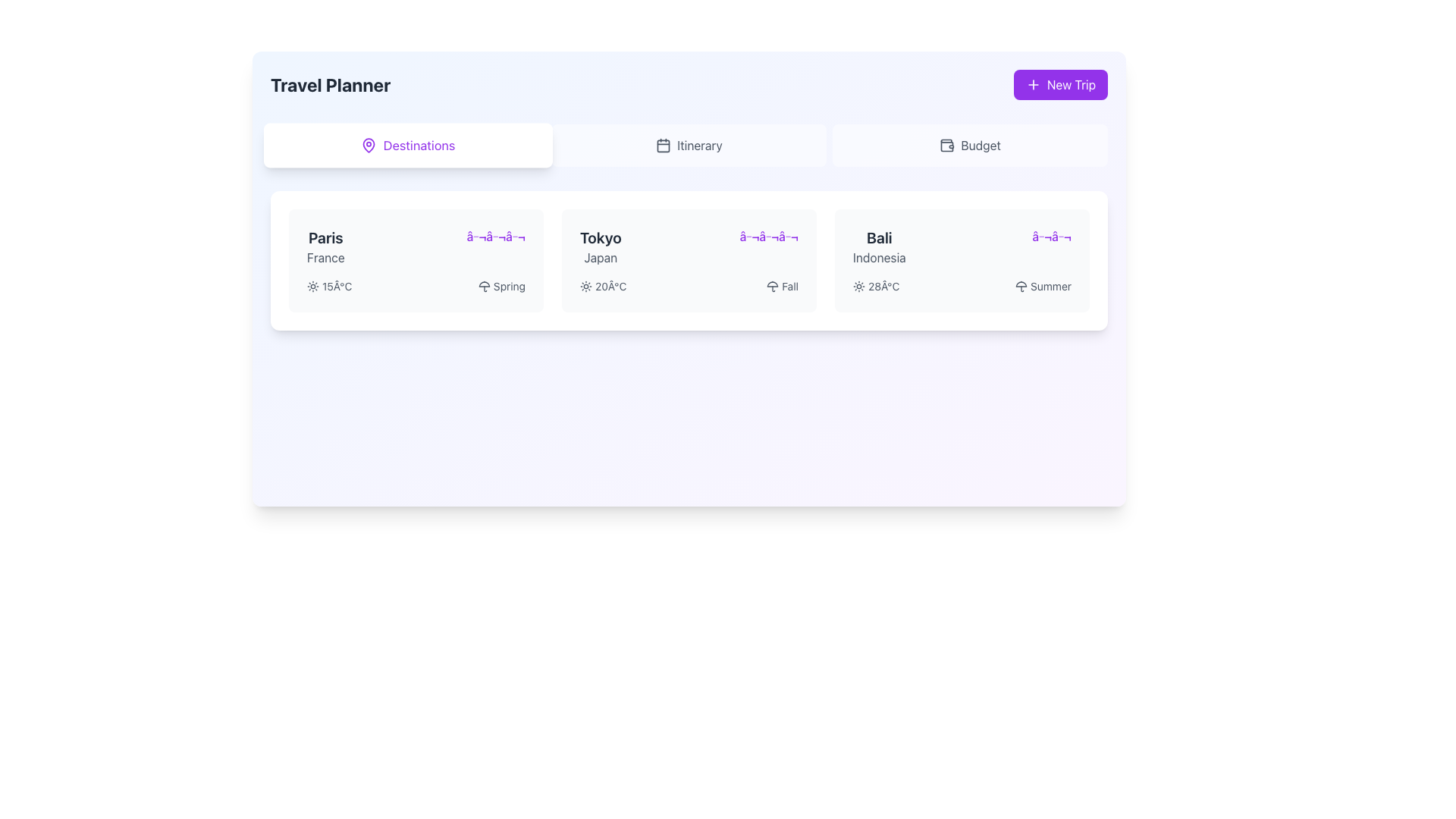  What do you see at coordinates (688, 146) in the screenshot?
I see `the 'Itinerary' tab button, which is the second button from the left in a horizontal row of three buttons` at bounding box center [688, 146].